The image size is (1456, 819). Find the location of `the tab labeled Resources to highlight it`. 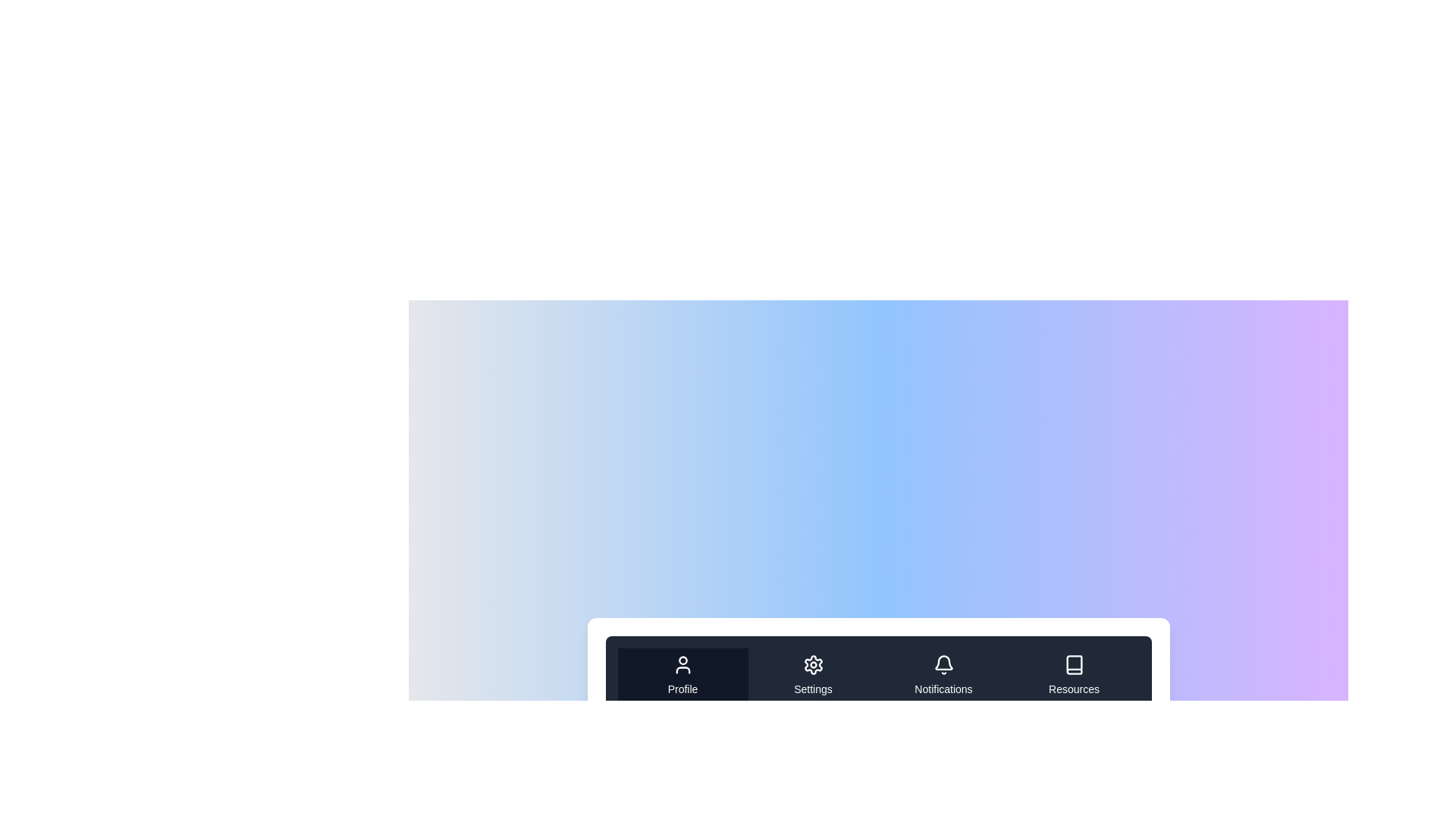

the tab labeled Resources to highlight it is located at coordinates (1073, 675).